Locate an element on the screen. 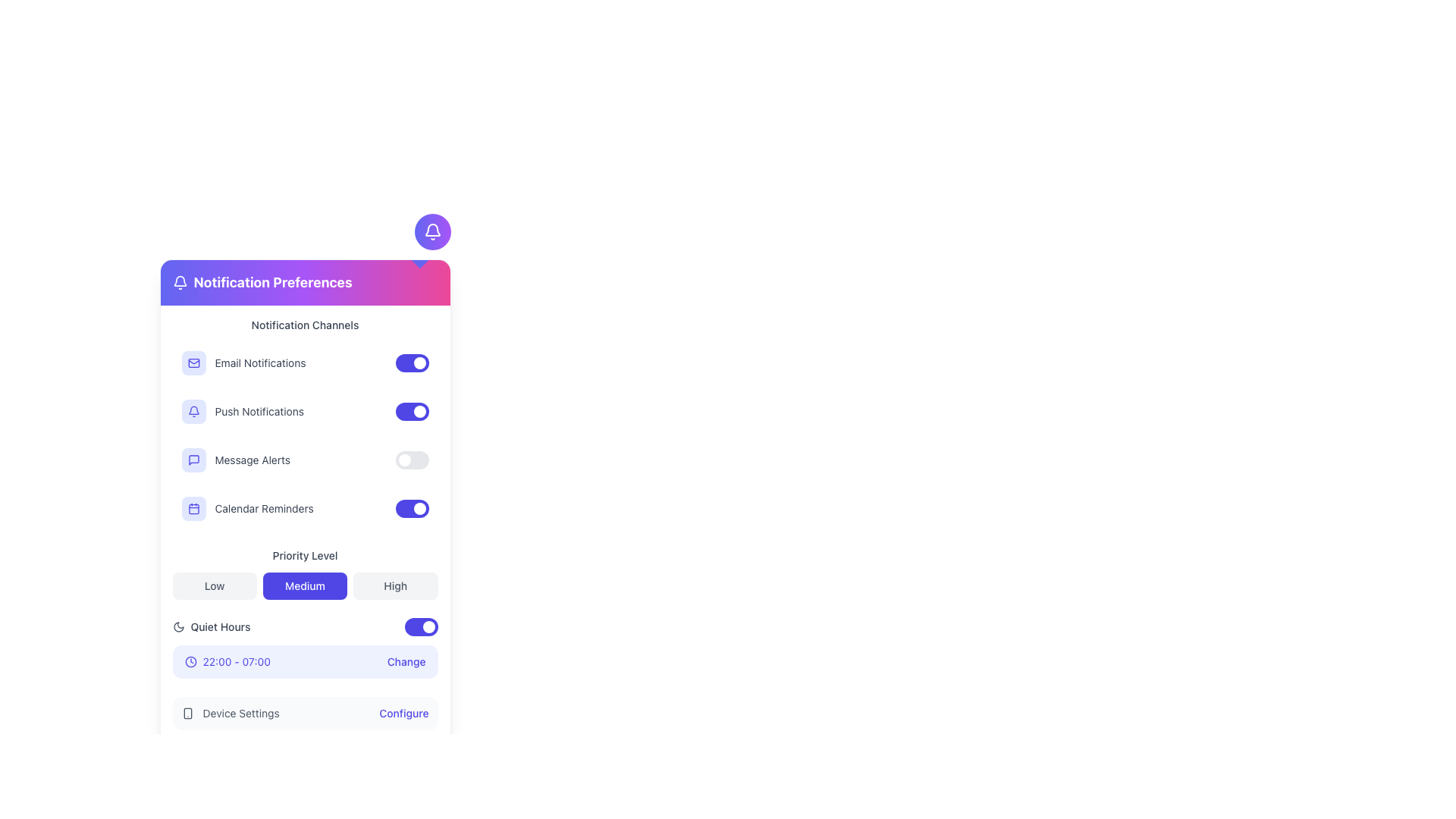  the toggle switch of the first List item labeled 'Email Notifications' under the 'Notification Channels' section to change its state is located at coordinates (304, 362).